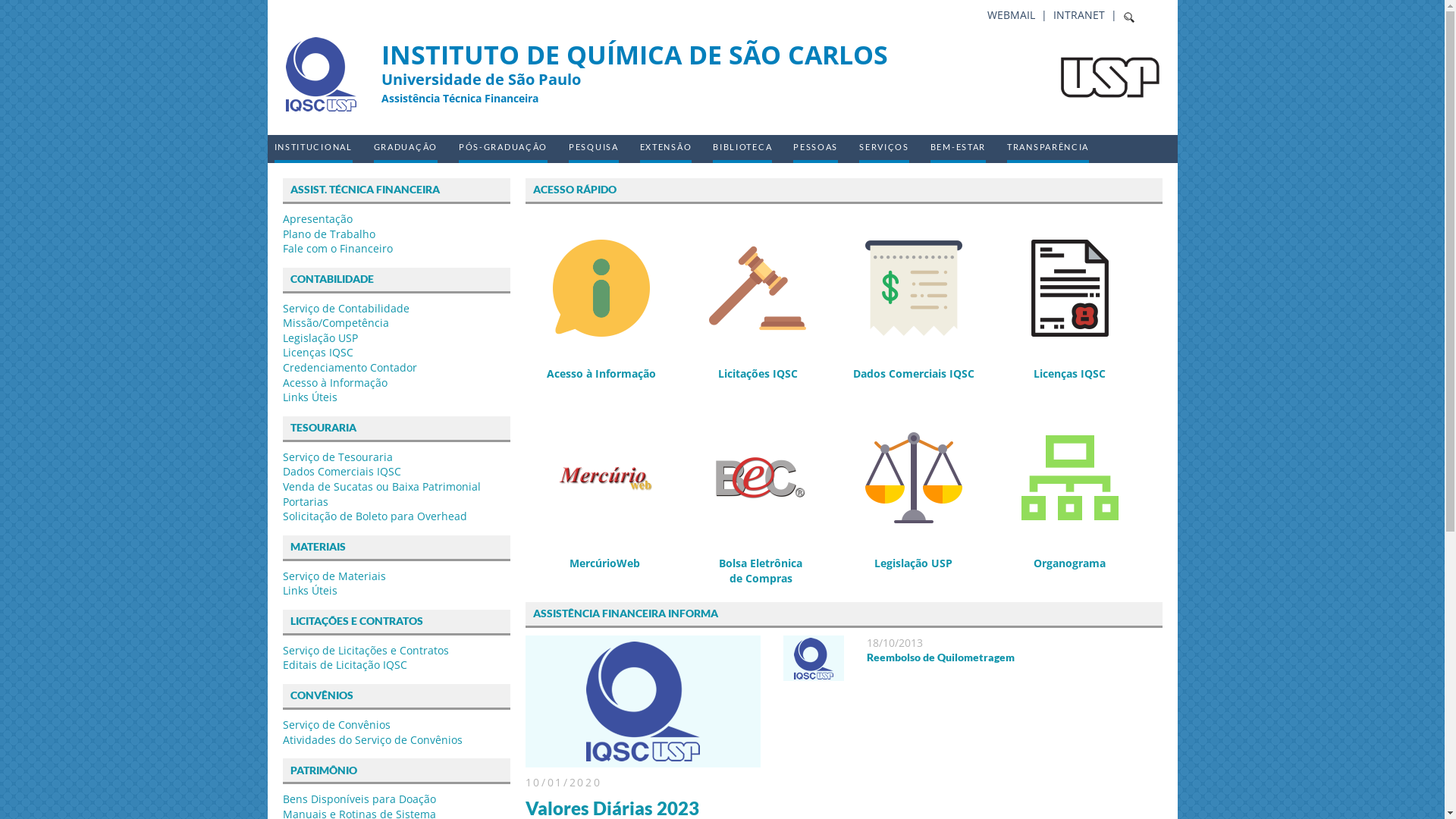  What do you see at coordinates (712, 149) in the screenshot?
I see `'BIBLIOTECA'` at bounding box center [712, 149].